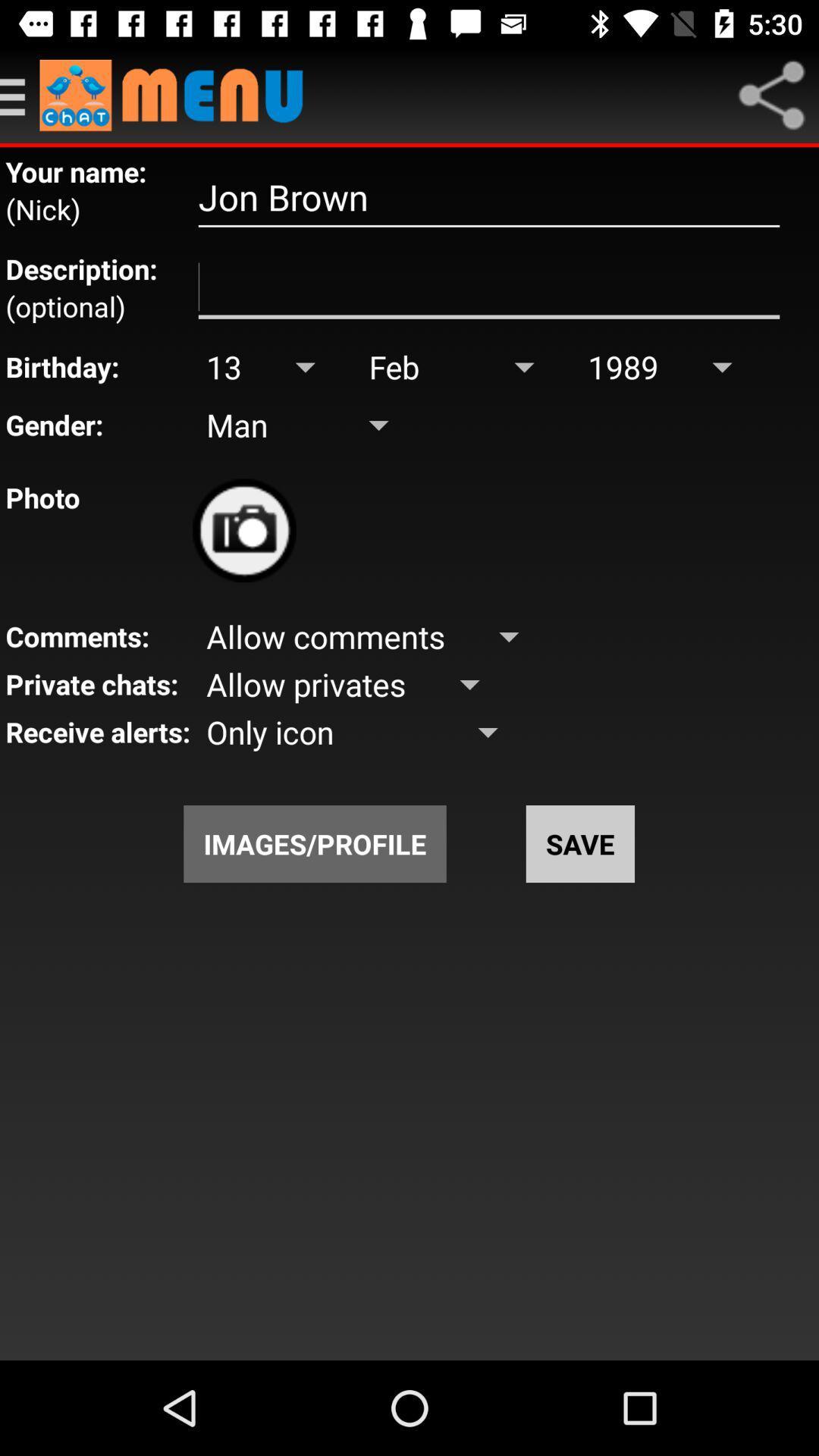  What do you see at coordinates (243, 530) in the screenshot?
I see `a picture` at bounding box center [243, 530].